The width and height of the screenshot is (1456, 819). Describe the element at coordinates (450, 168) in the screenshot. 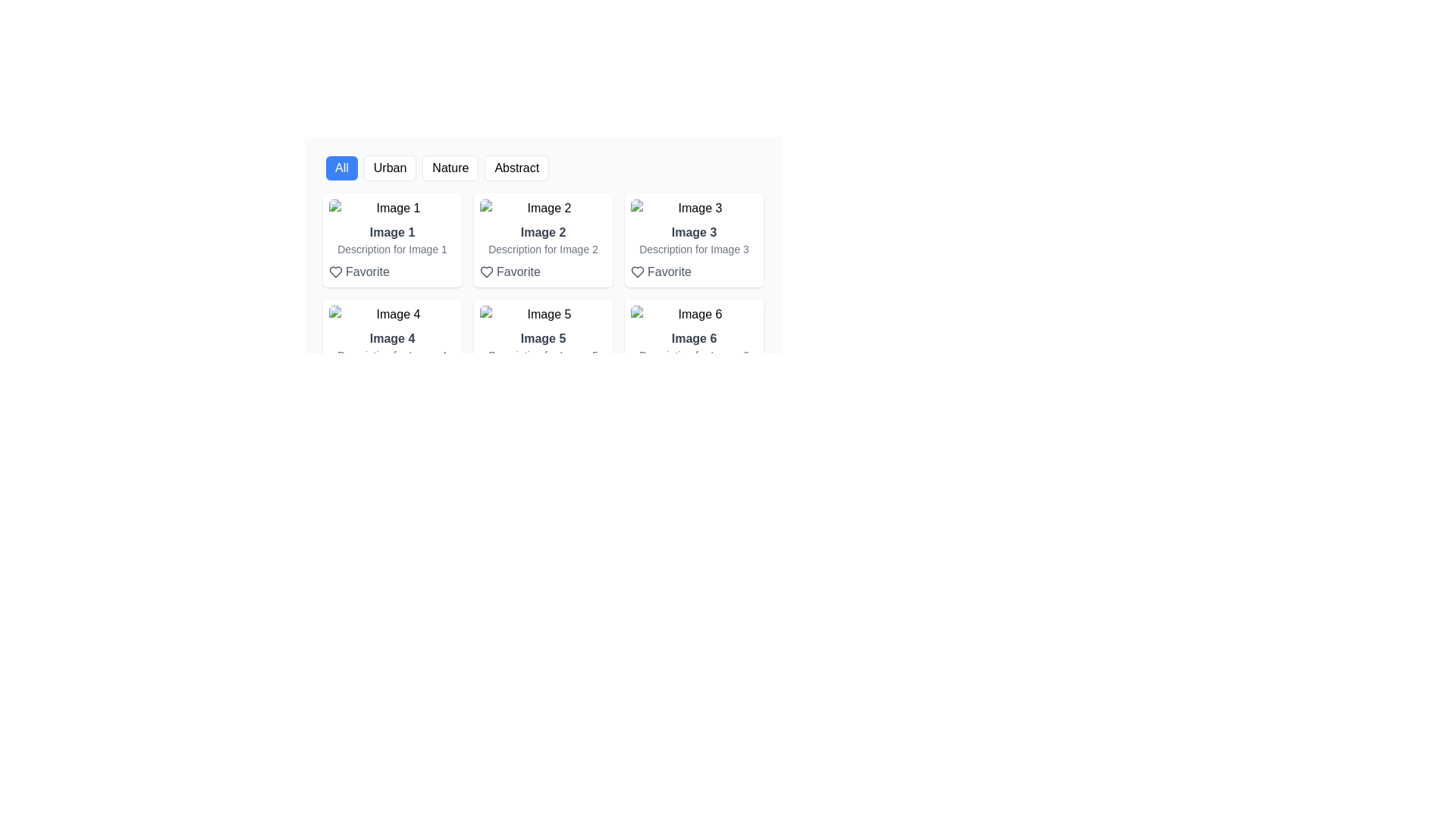

I see `the 'Nature' button, which is a rectangular button with a white background and black text, positioned between the 'Urban' and 'Abstract' buttons in a horizontal row` at that location.